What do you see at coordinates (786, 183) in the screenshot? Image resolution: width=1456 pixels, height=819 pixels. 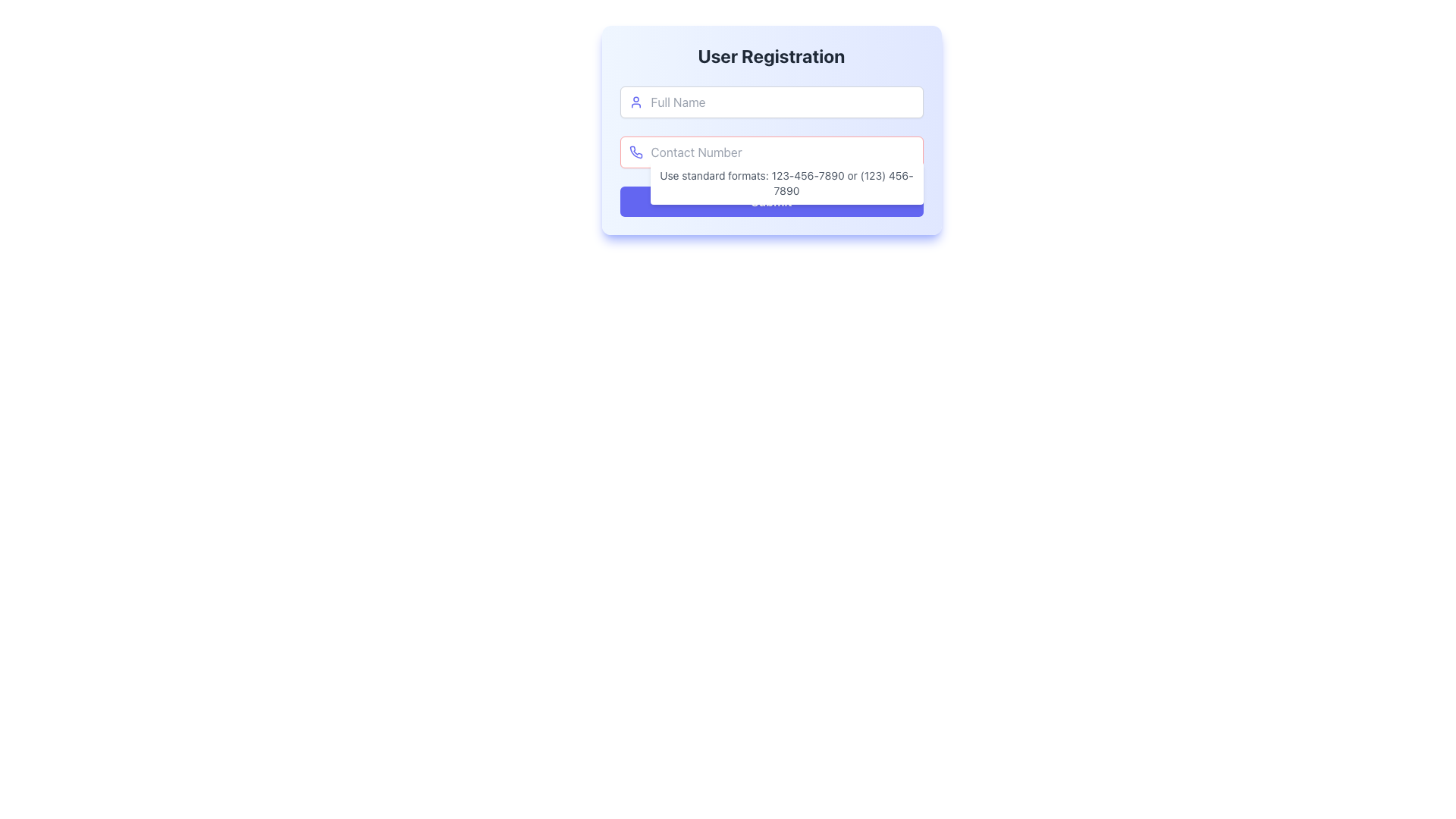 I see `instructional tooltip providing acceptable phone number formats for the 'Contact Number' input field, which is positioned directly below the input field` at bounding box center [786, 183].